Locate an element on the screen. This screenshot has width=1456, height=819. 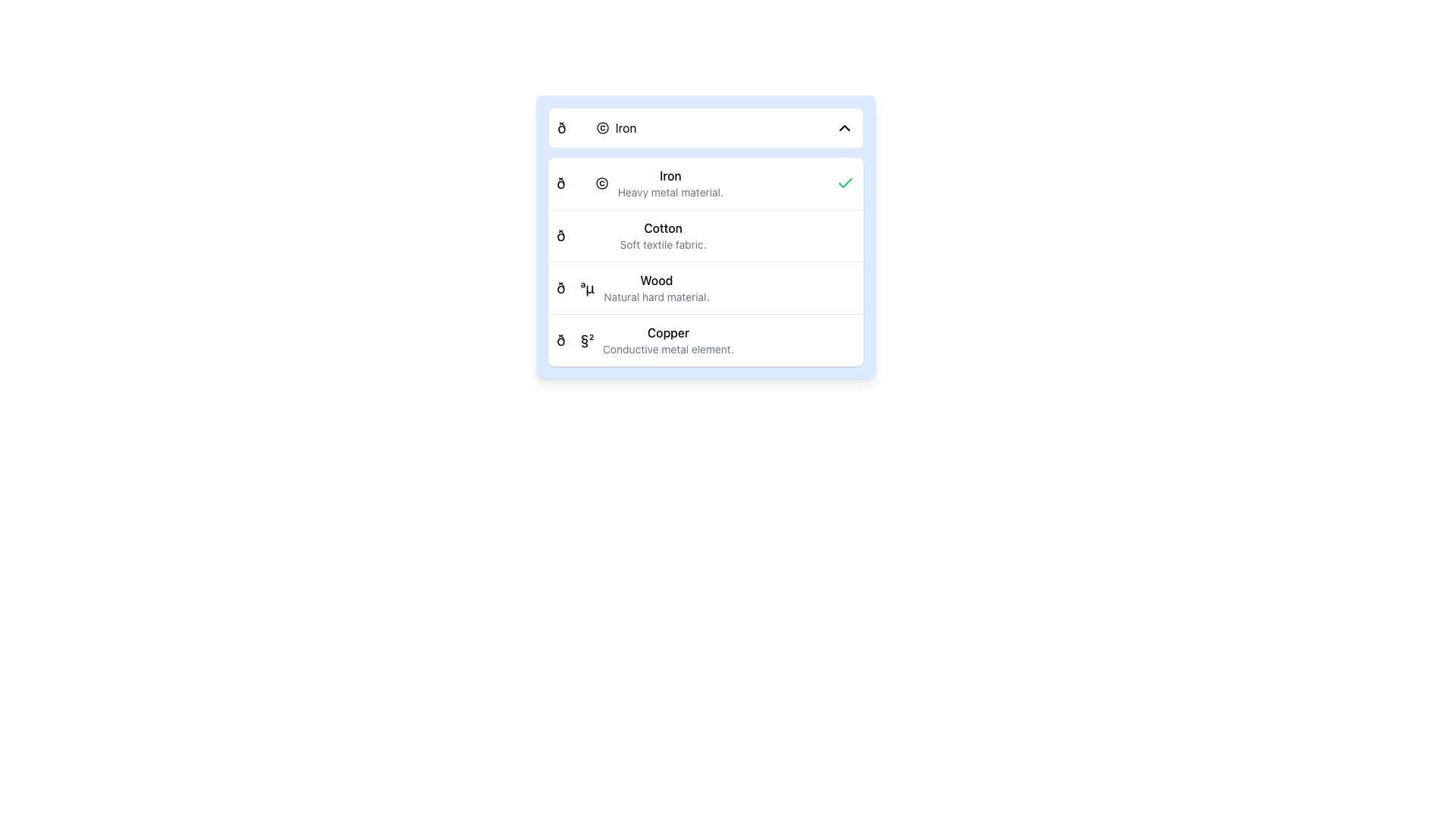
the first list item that contains a lock icon, the bold text 'Iron', and a supporting description 'Heavy metal material.' is located at coordinates (704, 183).